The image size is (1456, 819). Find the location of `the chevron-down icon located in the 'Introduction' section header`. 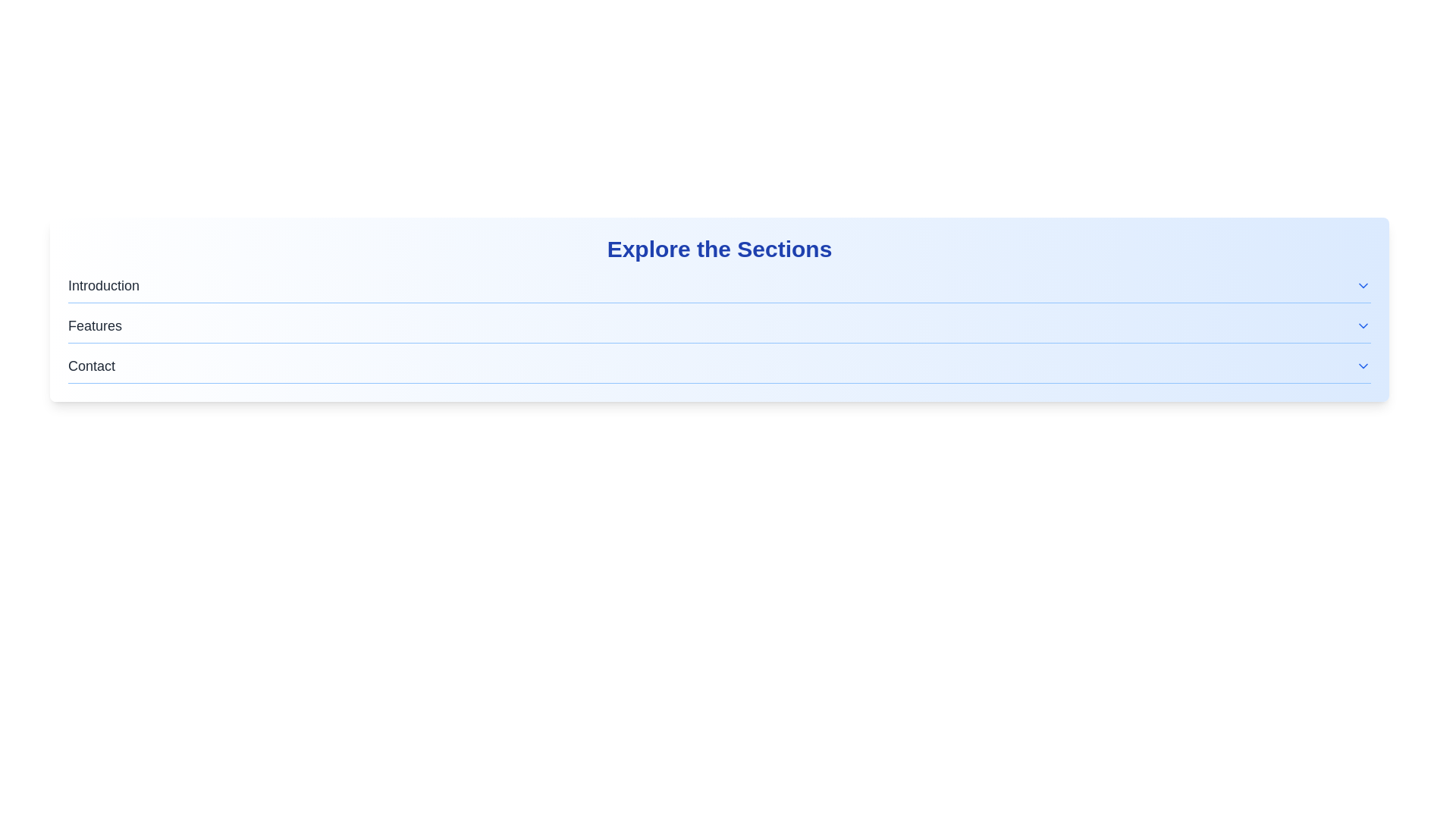

the chevron-down icon located in the 'Introduction' section header is located at coordinates (1363, 286).